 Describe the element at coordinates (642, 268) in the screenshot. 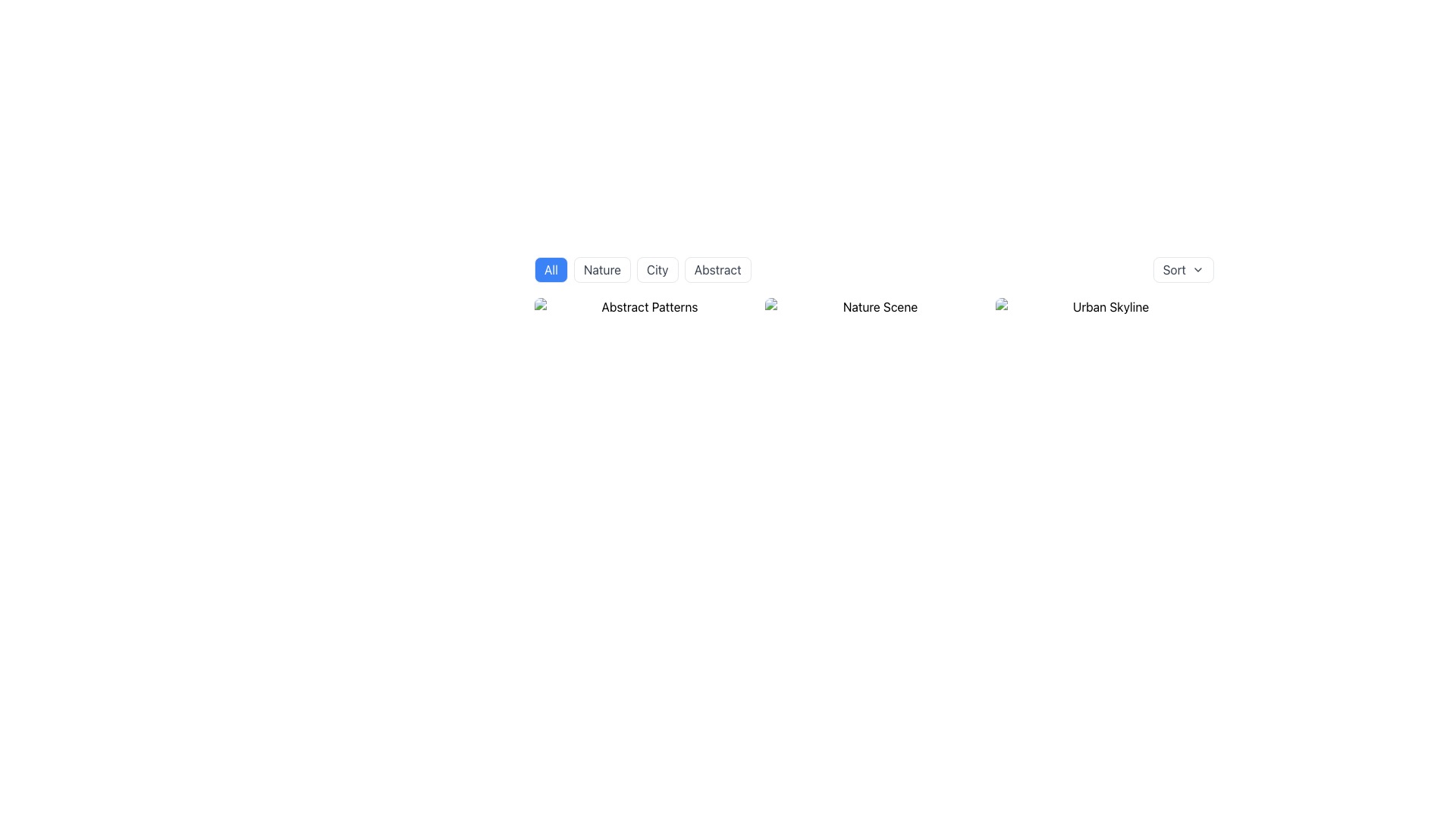

I see `the 'All' button in the filter/navigation menu, which allows users to select between categories such as 'Nature', 'City', and 'Abstract'` at that location.